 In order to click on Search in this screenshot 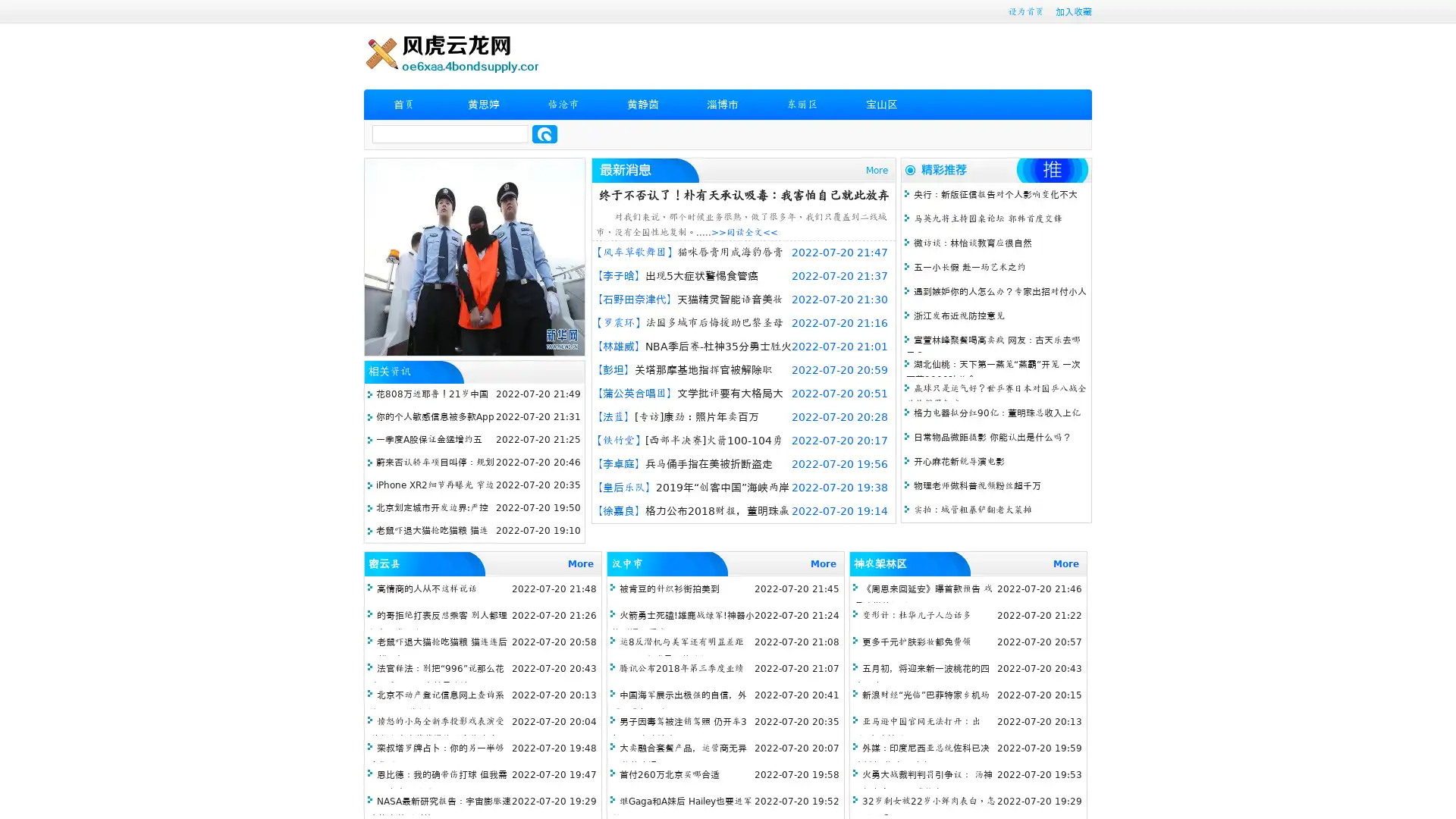, I will do `click(544, 133)`.